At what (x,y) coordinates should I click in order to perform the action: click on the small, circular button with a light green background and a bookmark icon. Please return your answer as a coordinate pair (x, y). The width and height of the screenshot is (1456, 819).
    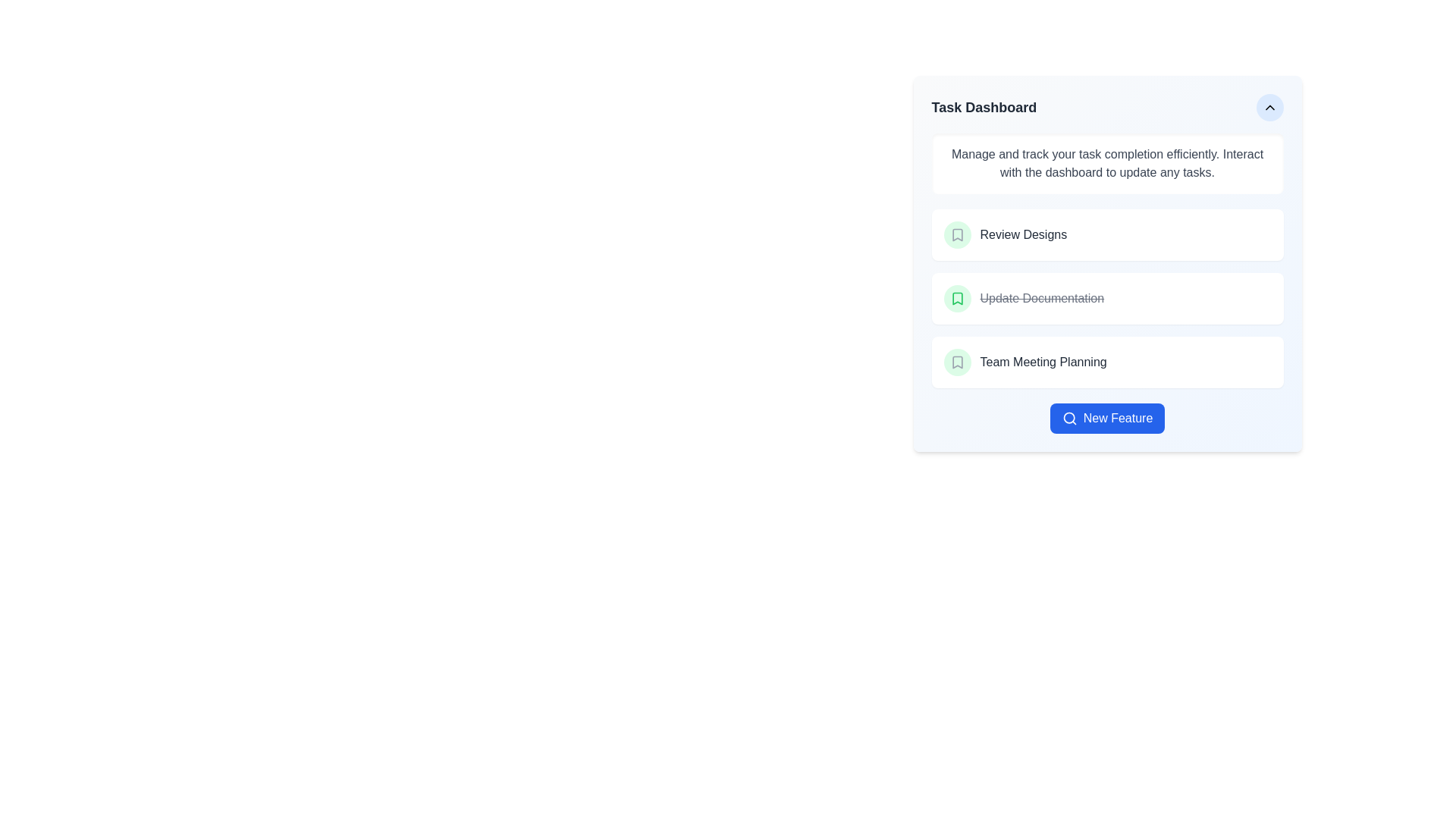
    Looking at the image, I should click on (956, 234).